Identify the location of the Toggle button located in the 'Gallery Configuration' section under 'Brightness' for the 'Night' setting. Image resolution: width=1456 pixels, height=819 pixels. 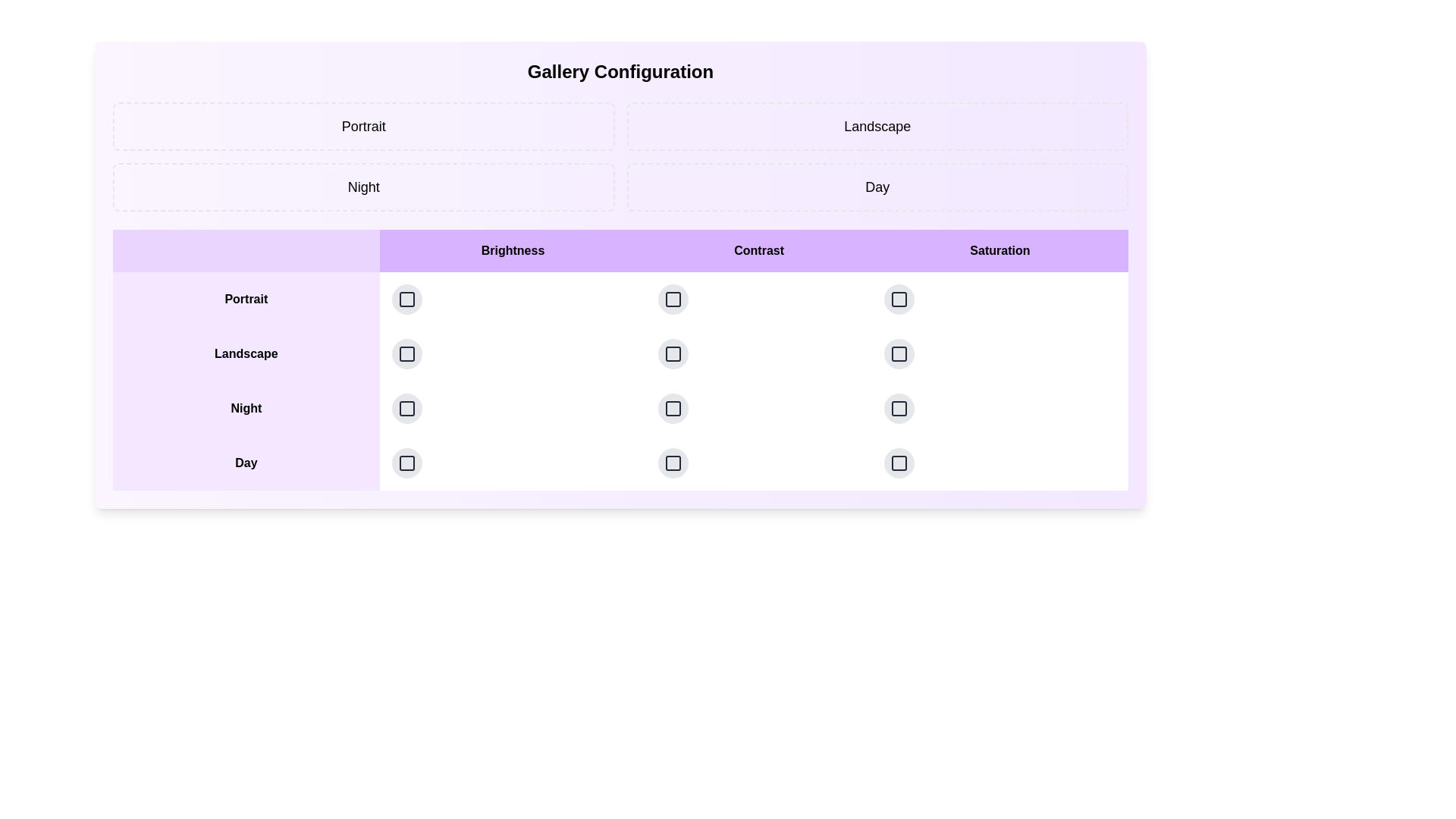
(406, 408).